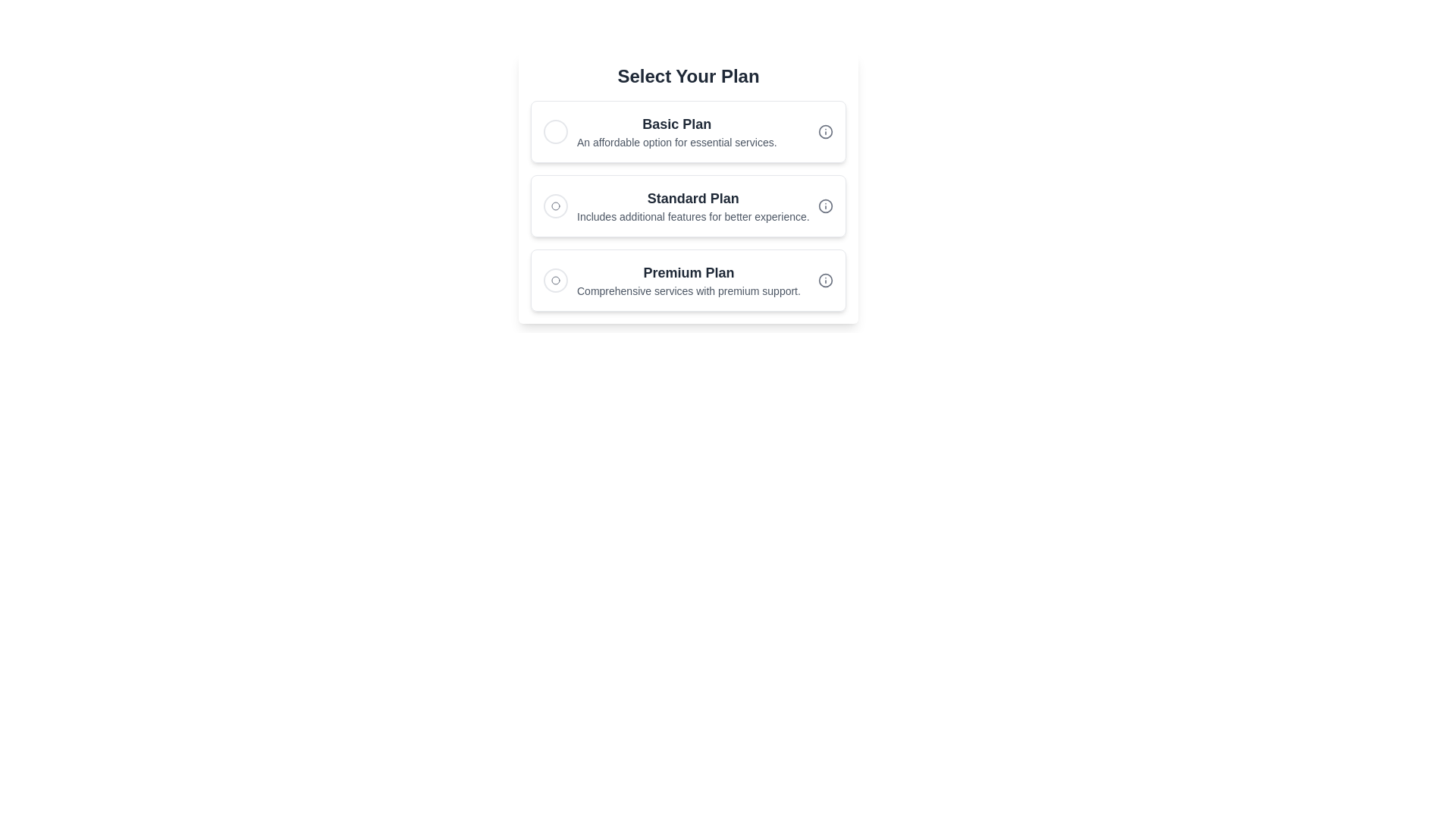 The height and width of the screenshot is (819, 1456). I want to click on the 'Basic Plan' selectable card, which is the first option in the list of three cards below the heading 'Select Your Plan', so click(687, 130).